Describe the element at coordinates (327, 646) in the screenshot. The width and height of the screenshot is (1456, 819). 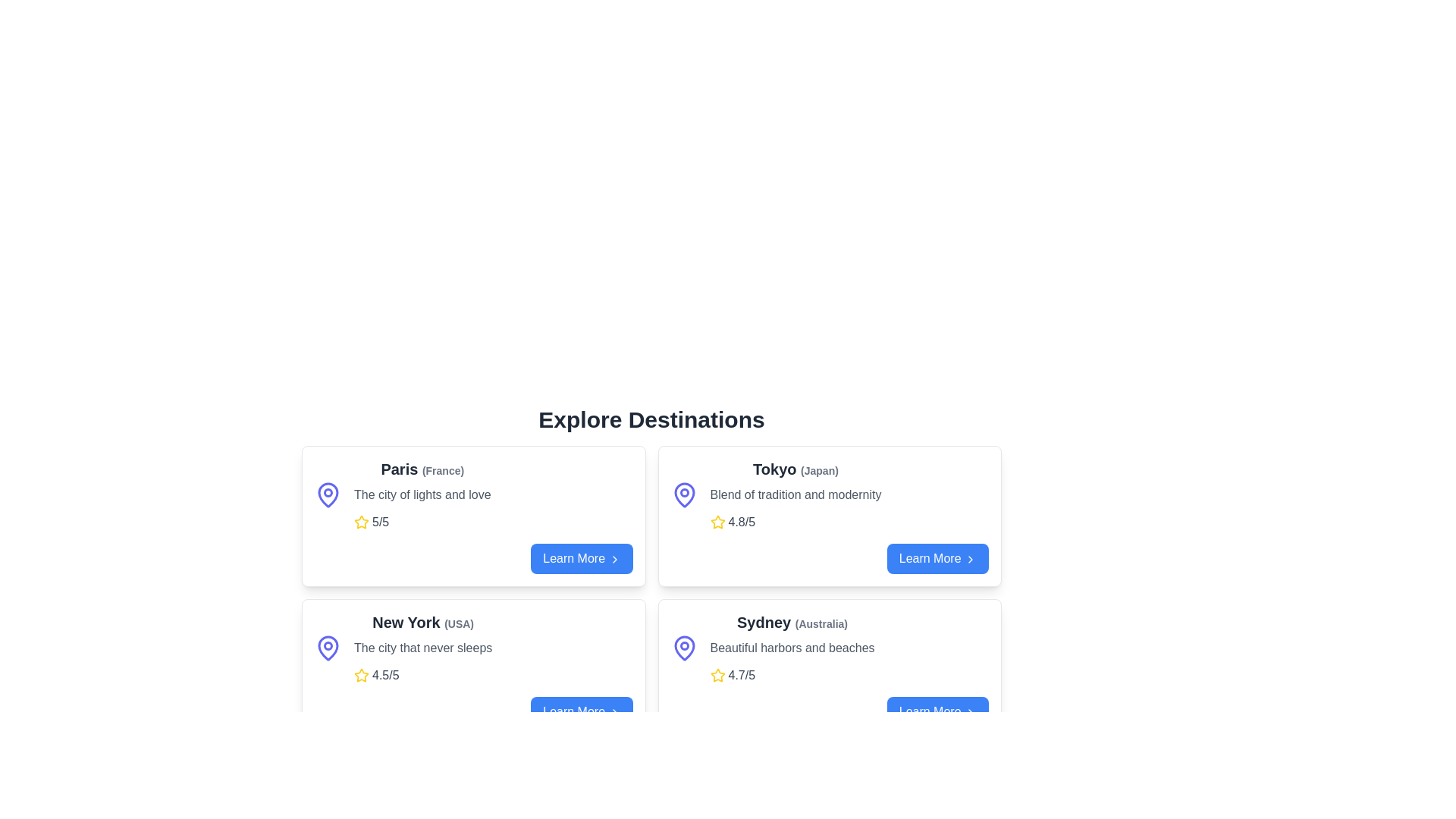
I see `the small circular marker within the location pin icon that is styled with a blue outline, located to the left of the destination title 'New York (USA)'` at that location.